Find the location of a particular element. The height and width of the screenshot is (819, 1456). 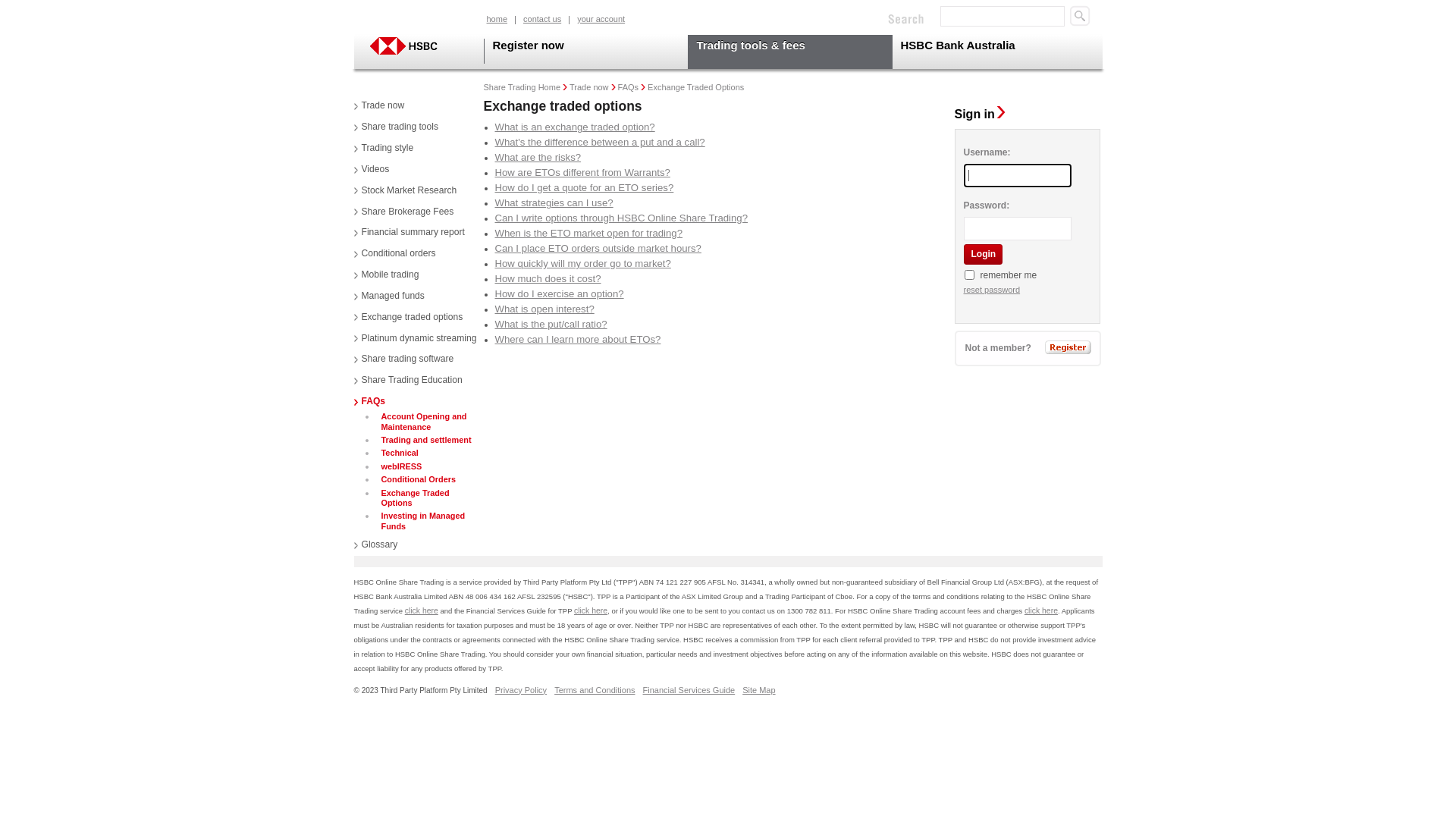

'Conditional Orders' is located at coordinates (378, 479).